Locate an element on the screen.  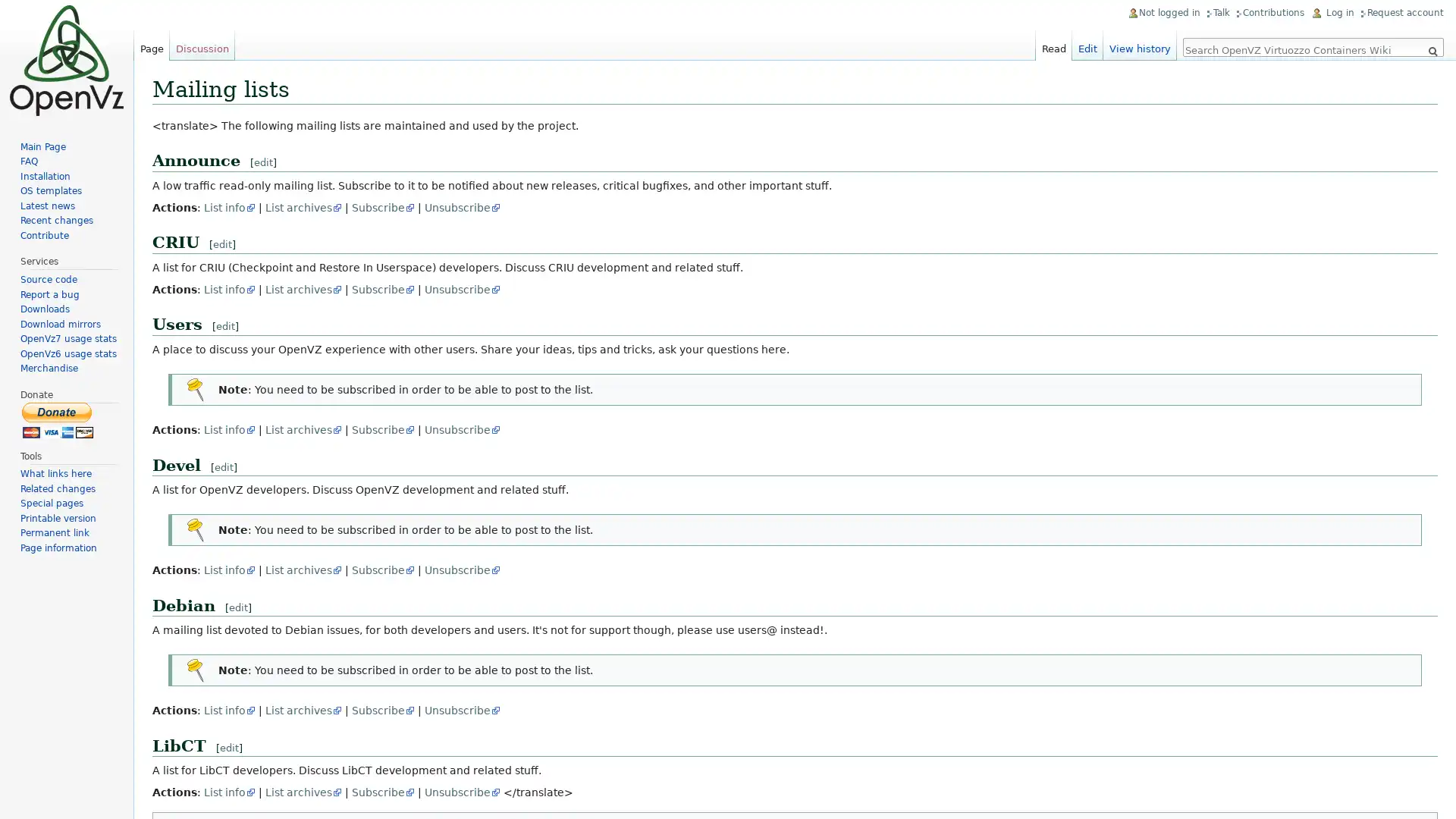
Go is located at coordinates (1432, 51).